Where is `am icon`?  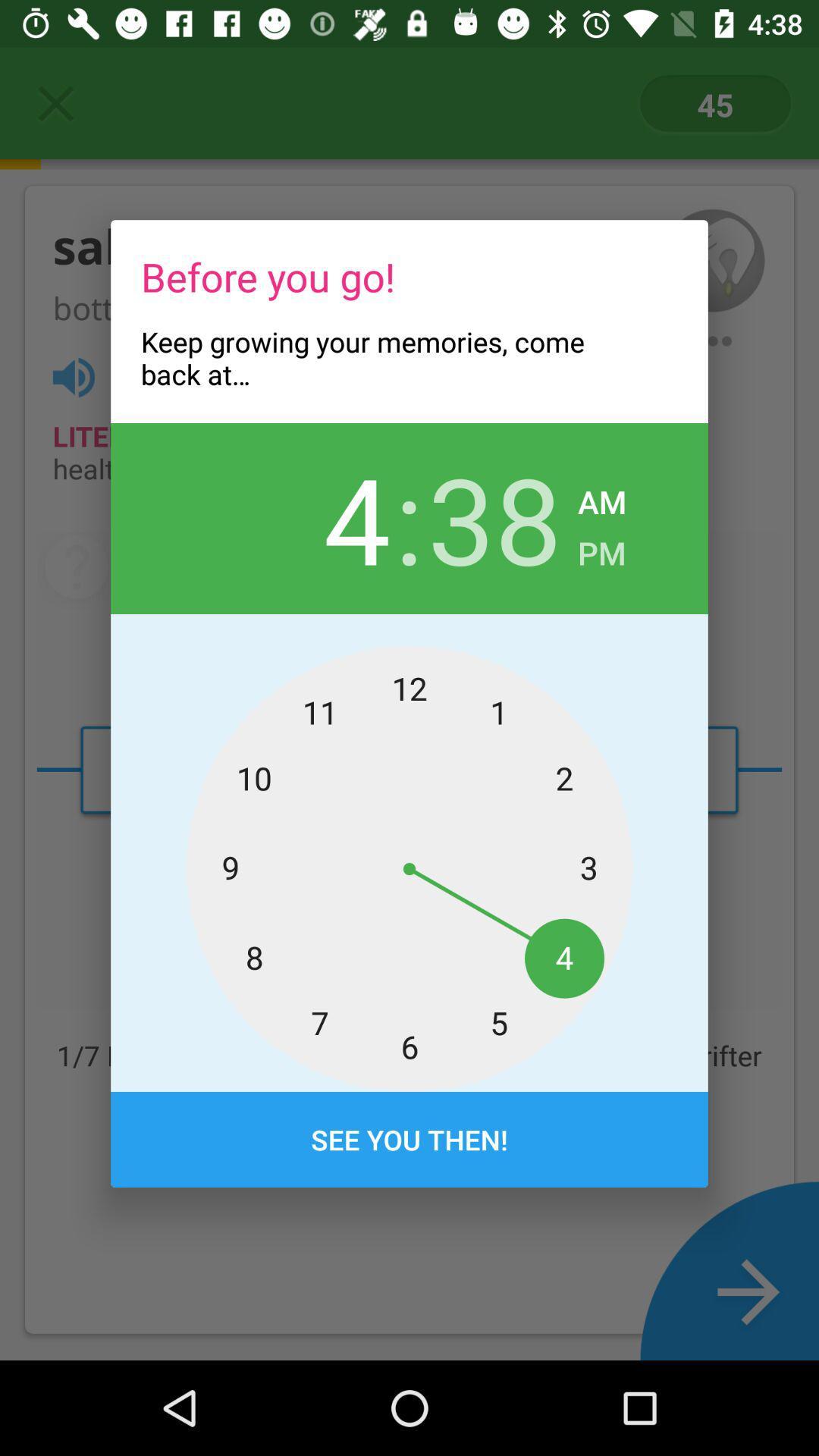
am icon is located at coordinates (601, 497).